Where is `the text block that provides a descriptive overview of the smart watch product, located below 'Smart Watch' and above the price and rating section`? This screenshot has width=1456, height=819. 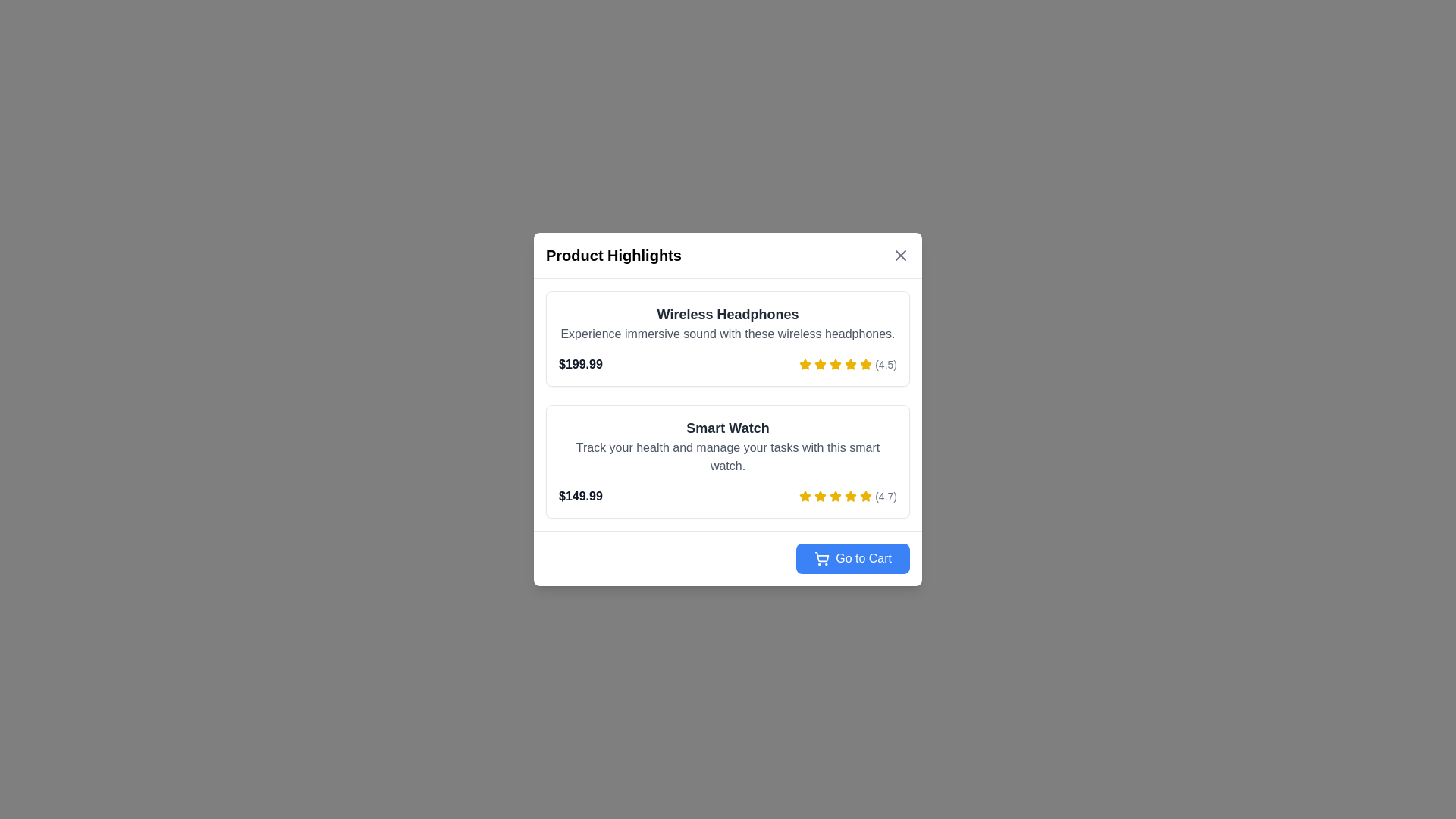 the text block that provides a descriptive overview of the smart watch product, located below 'Smart Watch' and above the price and rating section is located at coordinates (728, 456).